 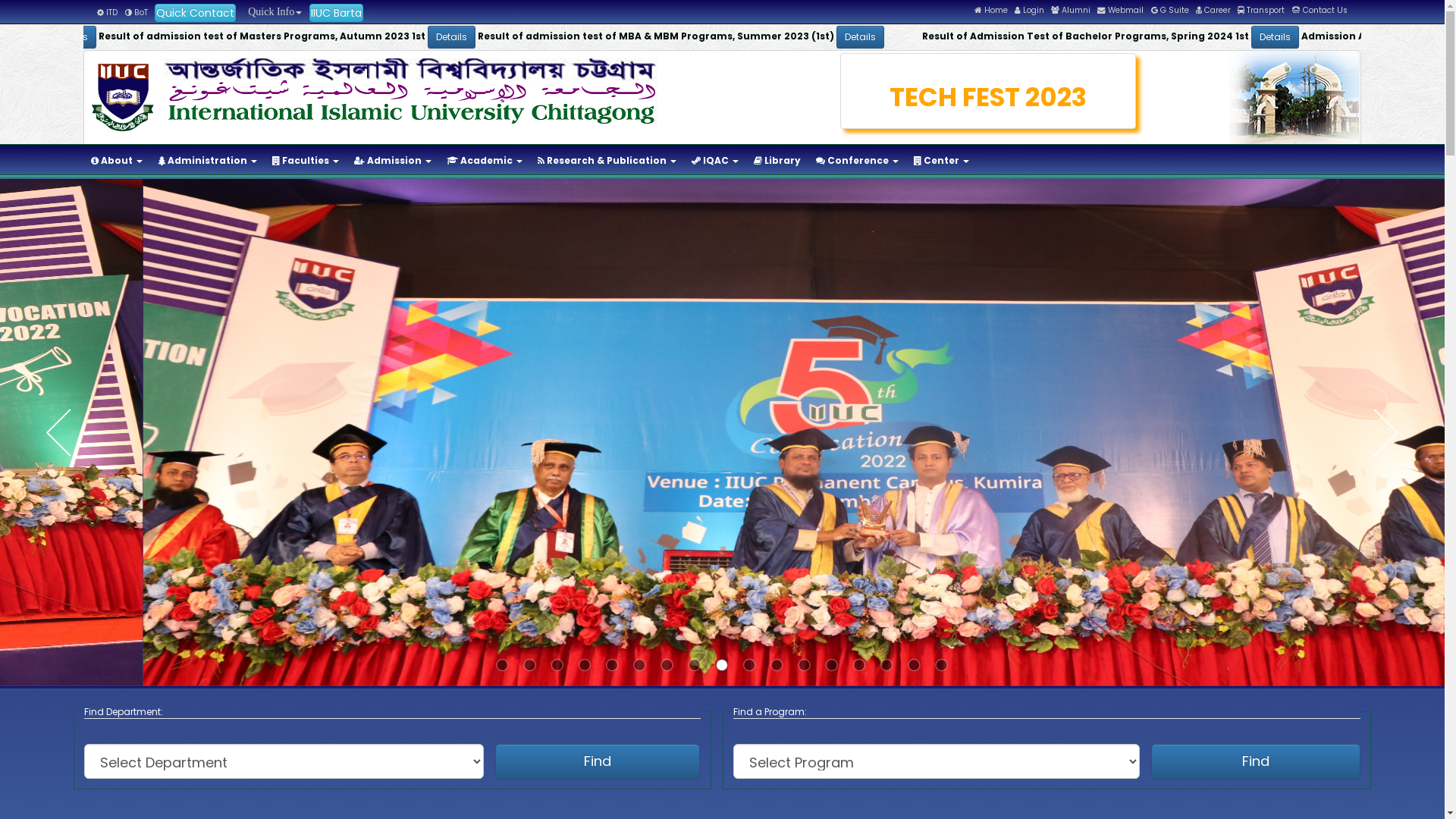 What do you see at coordinates (1212, 10) in the screenshot?
I see `'Career'` at bounding box center [1212, 10].